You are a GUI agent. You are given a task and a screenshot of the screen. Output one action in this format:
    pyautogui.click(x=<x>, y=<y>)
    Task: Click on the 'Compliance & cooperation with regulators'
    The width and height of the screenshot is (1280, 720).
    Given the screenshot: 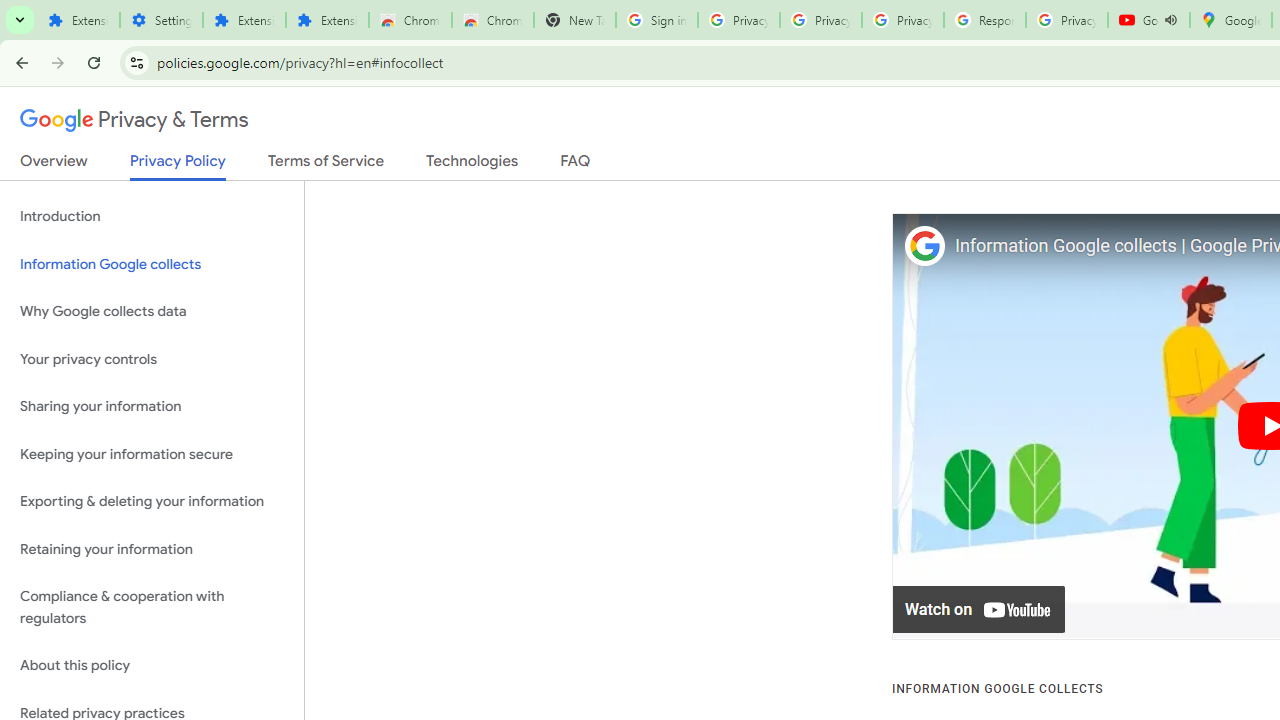 What is the action you would take?
    pyautogui.click(x=151, y=607)
    